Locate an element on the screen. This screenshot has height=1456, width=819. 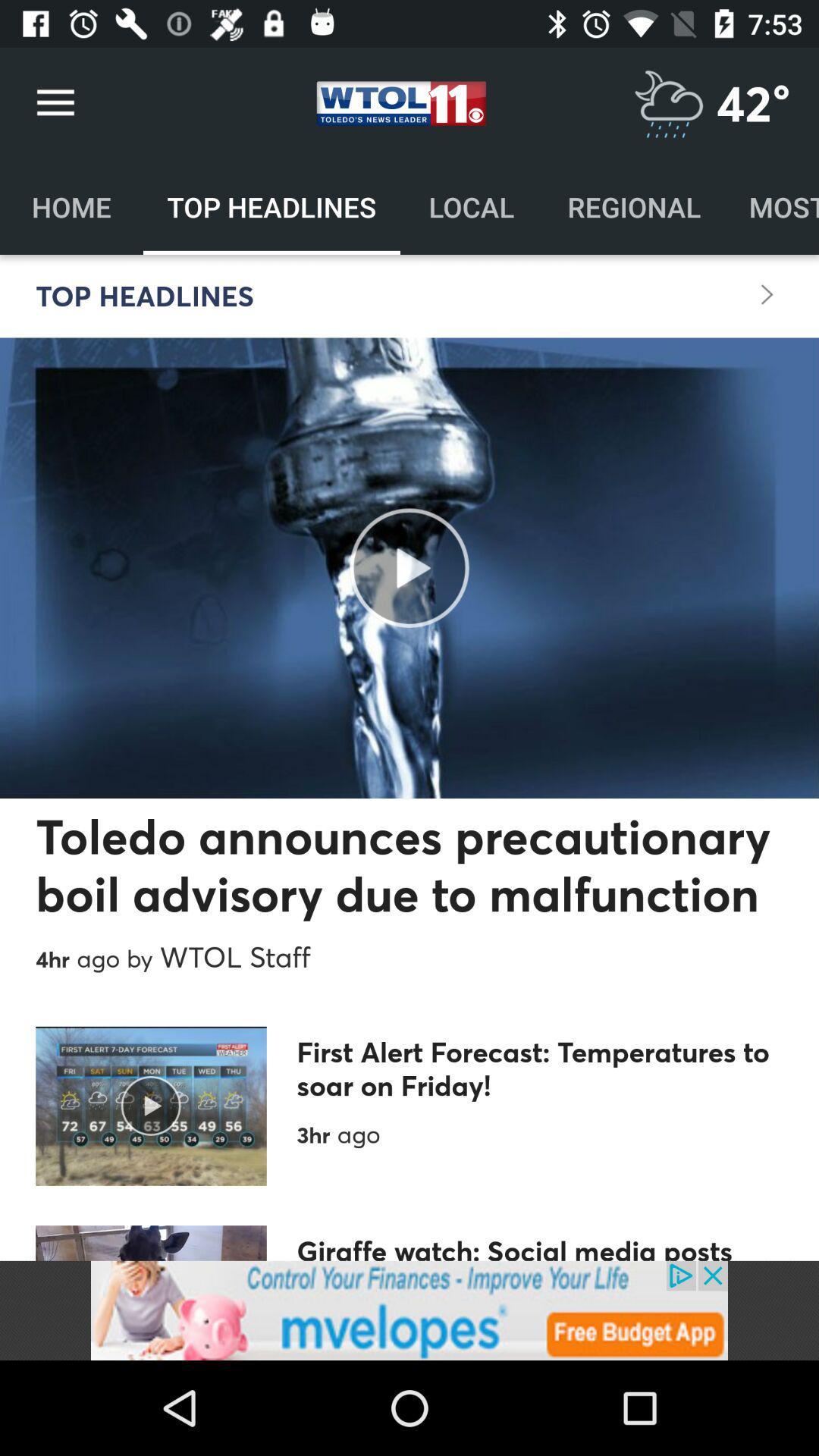
see the weather is located at coordinates (668, 102).